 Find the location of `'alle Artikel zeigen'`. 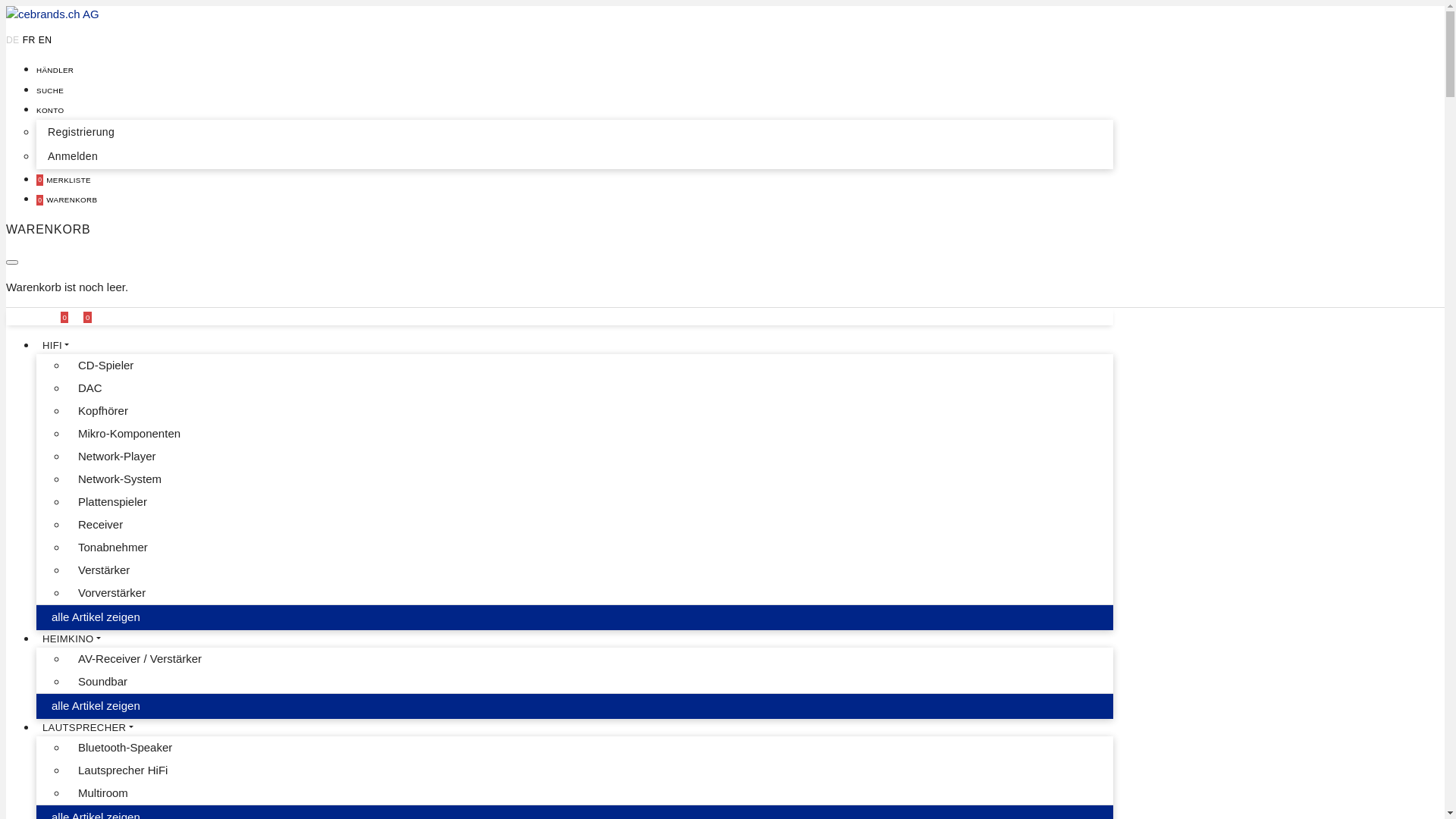

'alle Artikel zeigen' is located at coordinates (574, 705).